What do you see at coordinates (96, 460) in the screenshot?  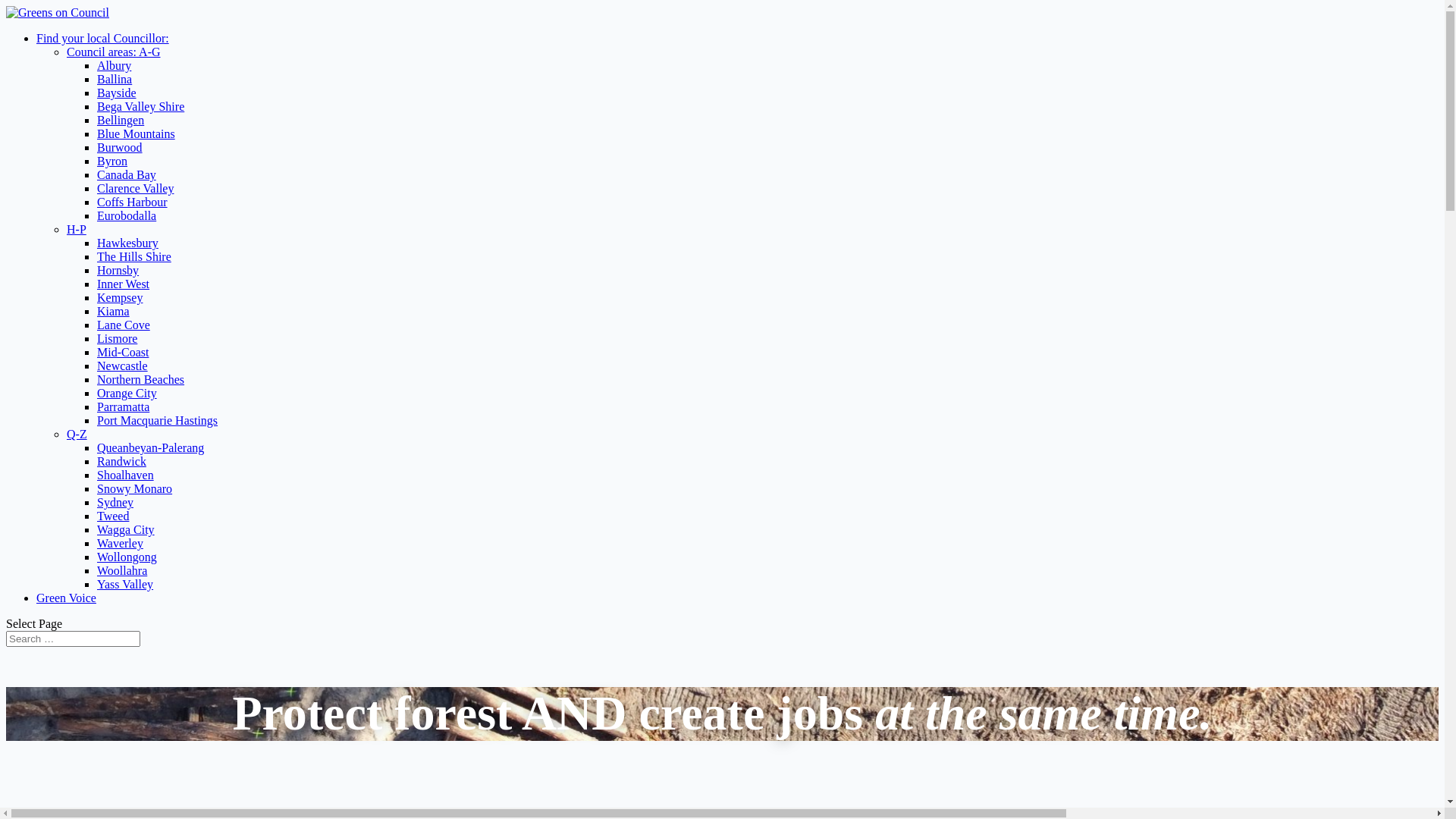 I see `'Randwick'` at bounding box center [96, 460].